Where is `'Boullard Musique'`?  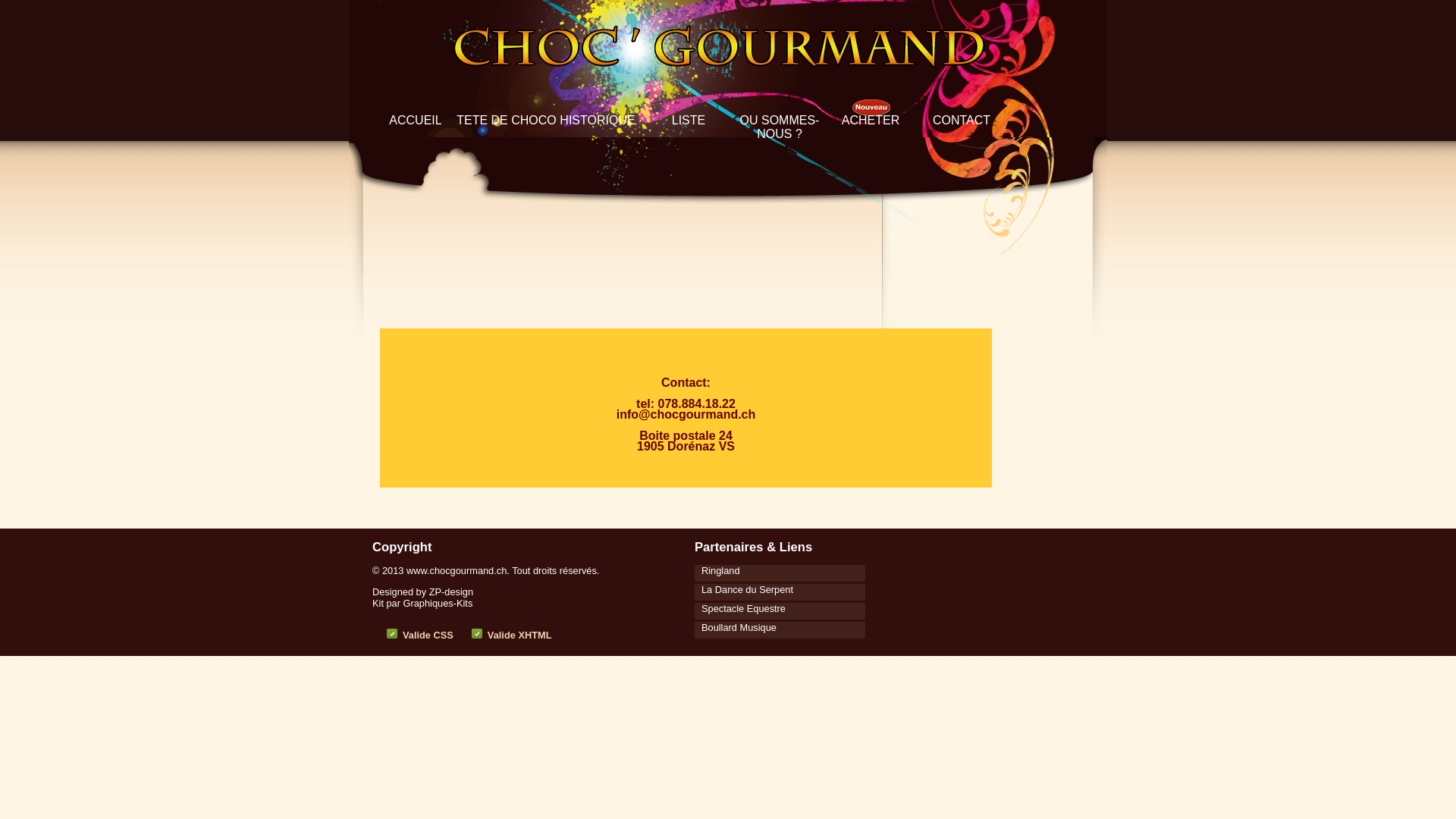 'Boullard Musique' is located at coordinates (735, 626).